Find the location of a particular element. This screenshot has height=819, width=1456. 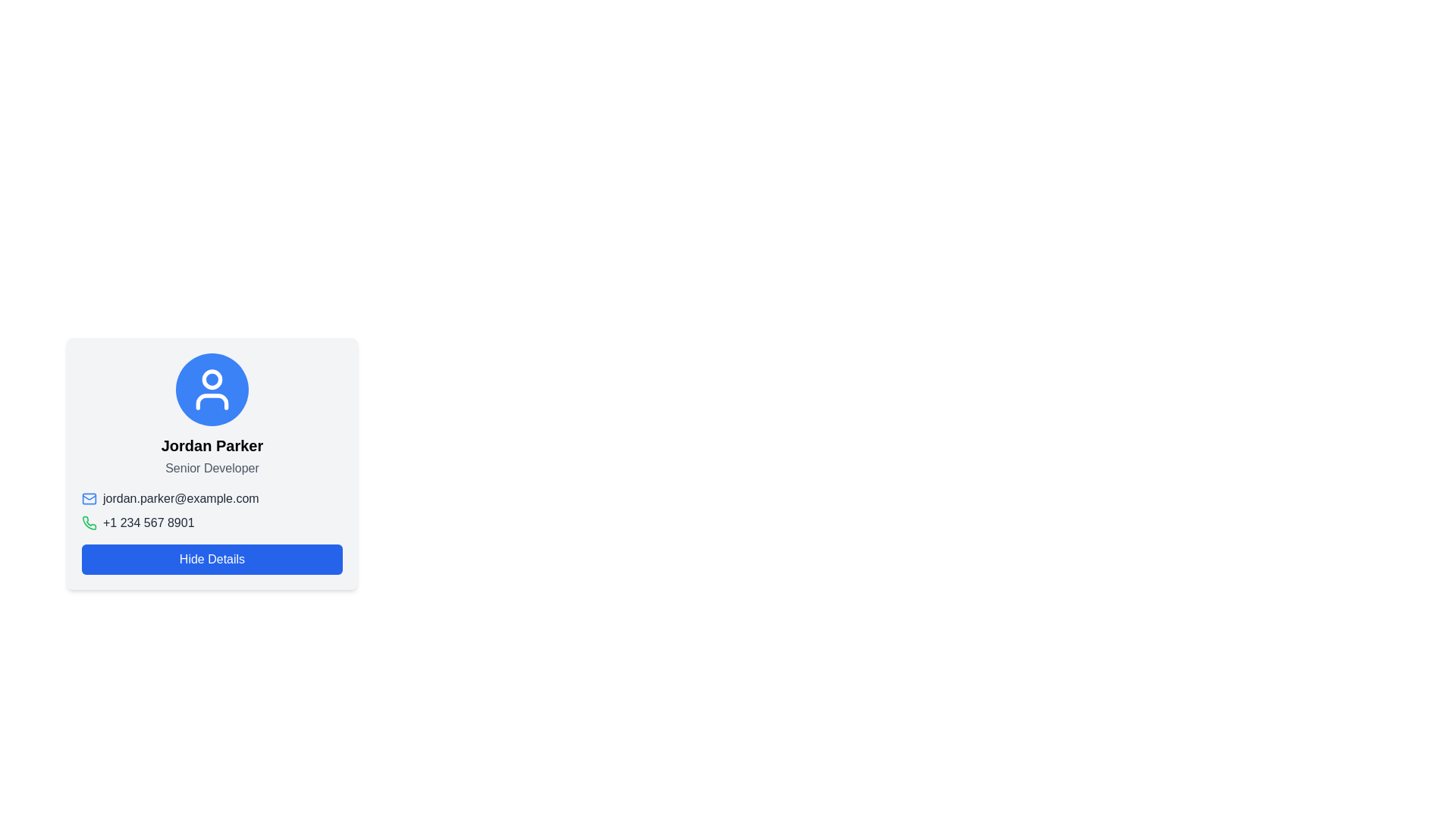

the profile icon representing the user's account, located centrally at the top of the card layout above the text 'Jordan Parker' and 'Senior Developer' is located at coordinates (211, 388).